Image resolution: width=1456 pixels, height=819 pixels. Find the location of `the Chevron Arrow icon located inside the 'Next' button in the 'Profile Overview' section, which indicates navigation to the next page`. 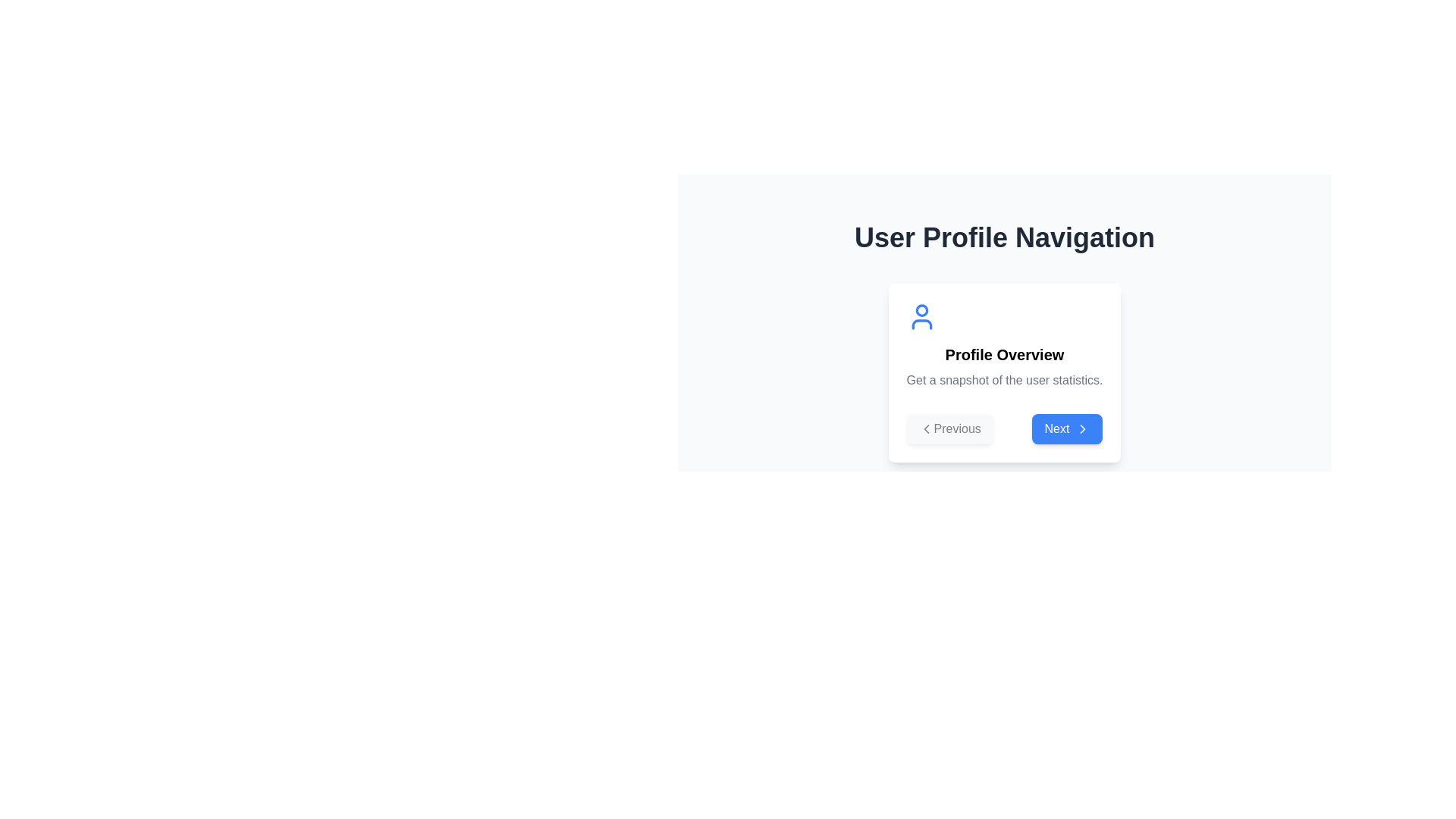

the Chevron Arrow icon located inside the 'Next' button in the 'Profile Overview' section, which indicates navigation to the next page is located at coordinates (1082, 429).